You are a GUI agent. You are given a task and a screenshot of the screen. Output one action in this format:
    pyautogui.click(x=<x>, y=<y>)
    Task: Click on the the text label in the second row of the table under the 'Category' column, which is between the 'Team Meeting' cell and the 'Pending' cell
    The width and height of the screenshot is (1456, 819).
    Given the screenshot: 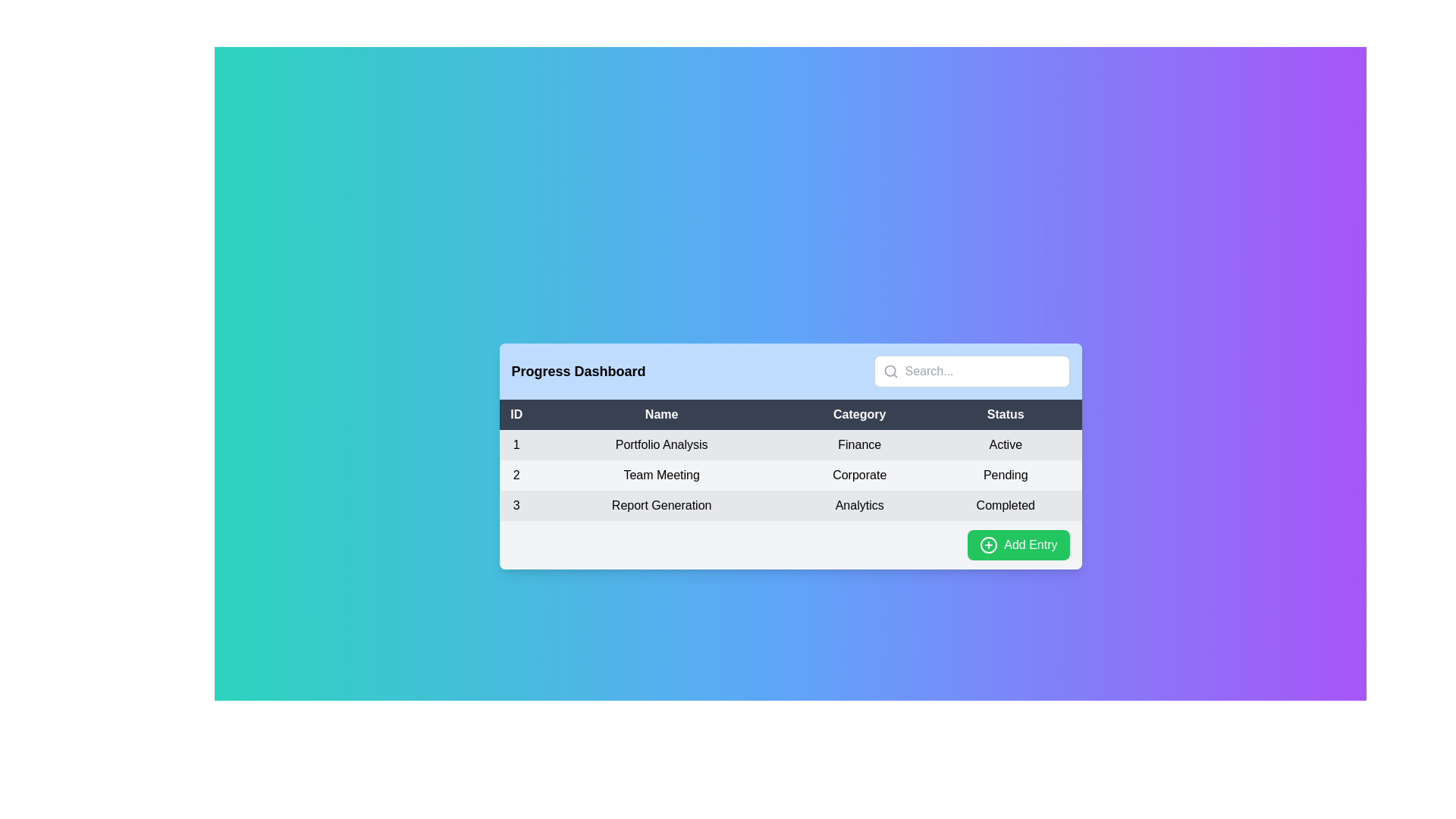 What is the action you would take?
    pyautogui.click(x=859, y=475)
    